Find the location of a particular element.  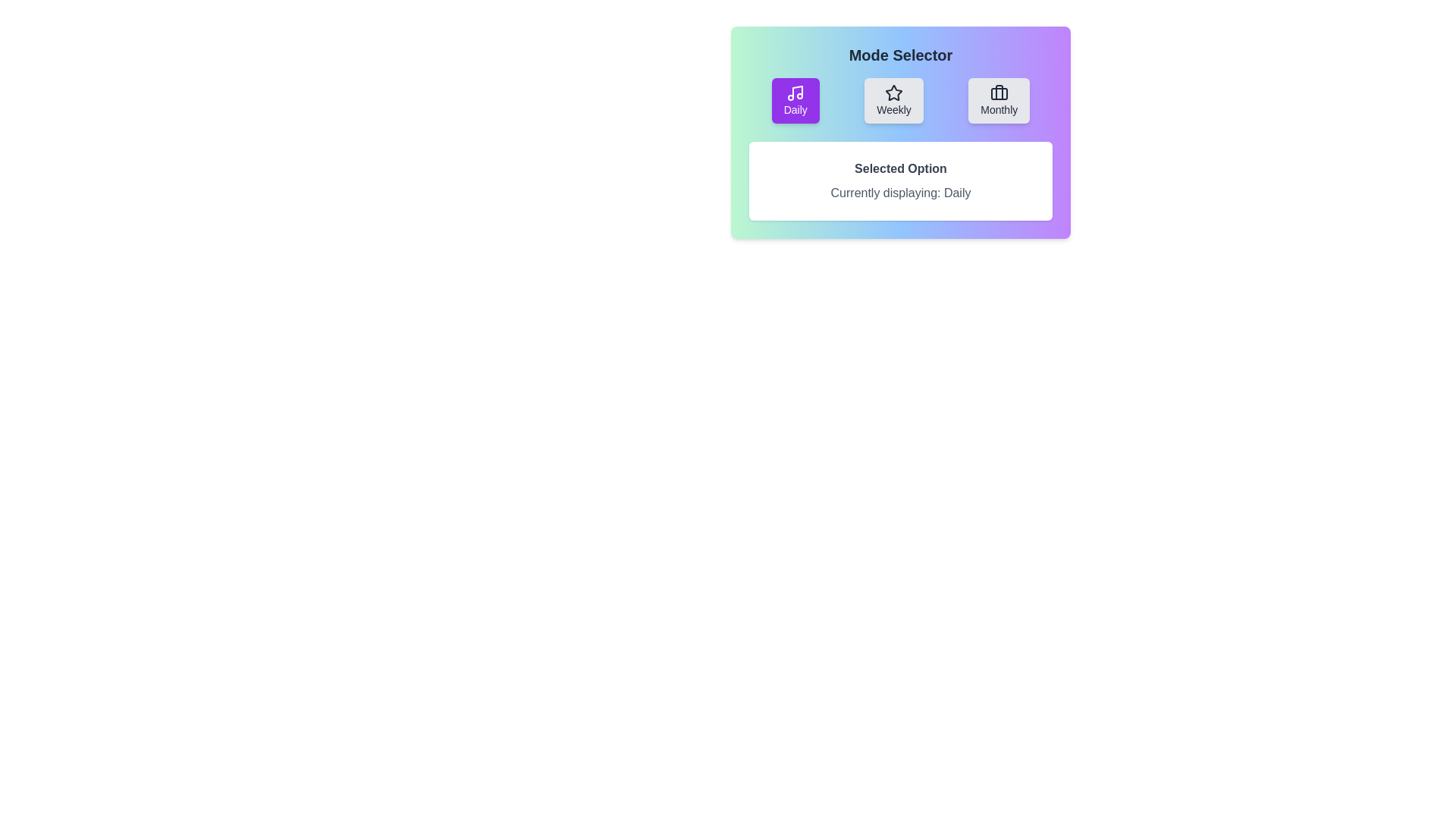

the 'Monthly' text label, which is part of a button-like component in the mode selector interface, located at the bottom center of the 'Monthly' button is located at coordinates (999, 109).